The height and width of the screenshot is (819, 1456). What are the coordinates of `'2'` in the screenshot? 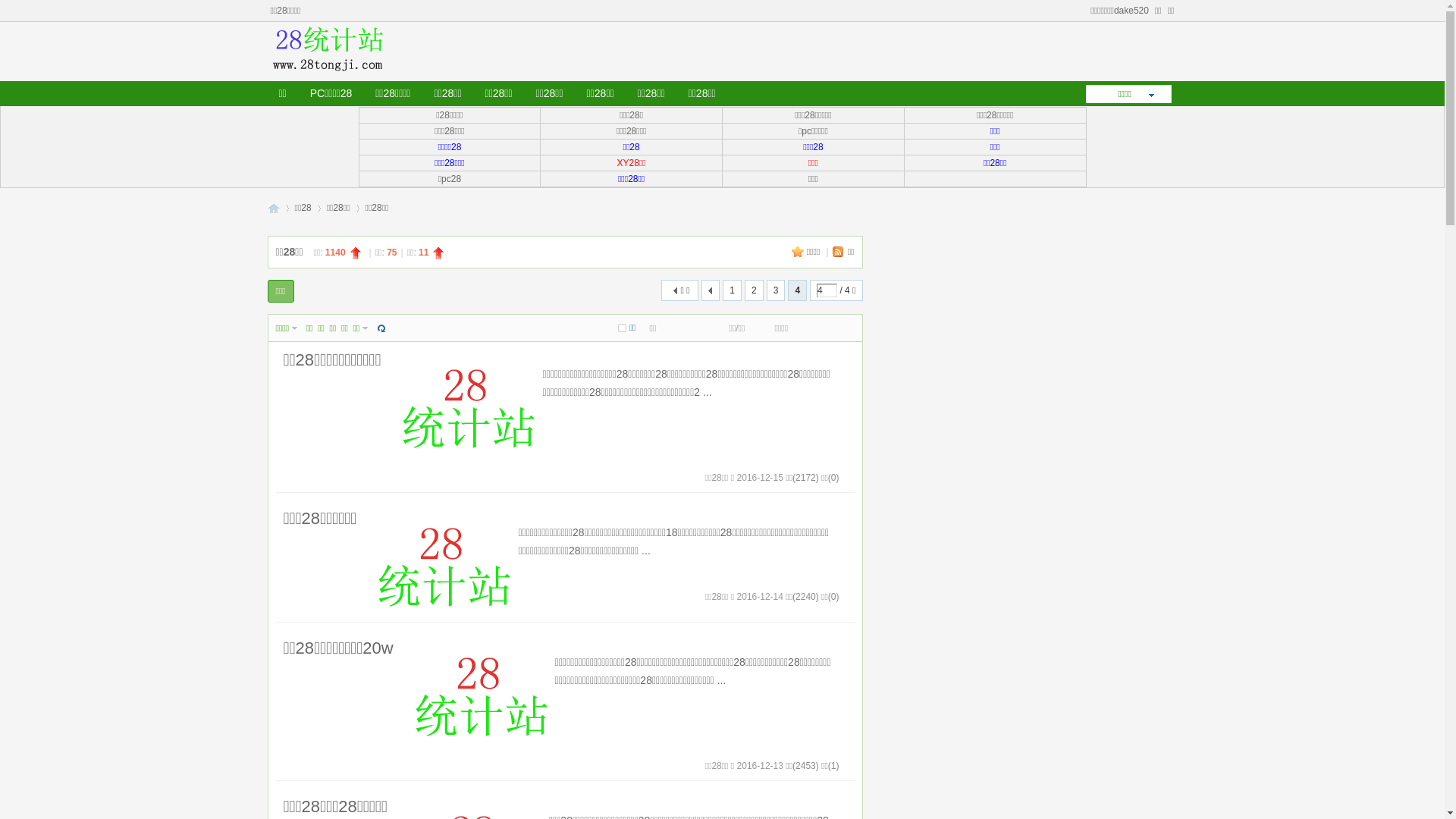 It's located at (745, 290).